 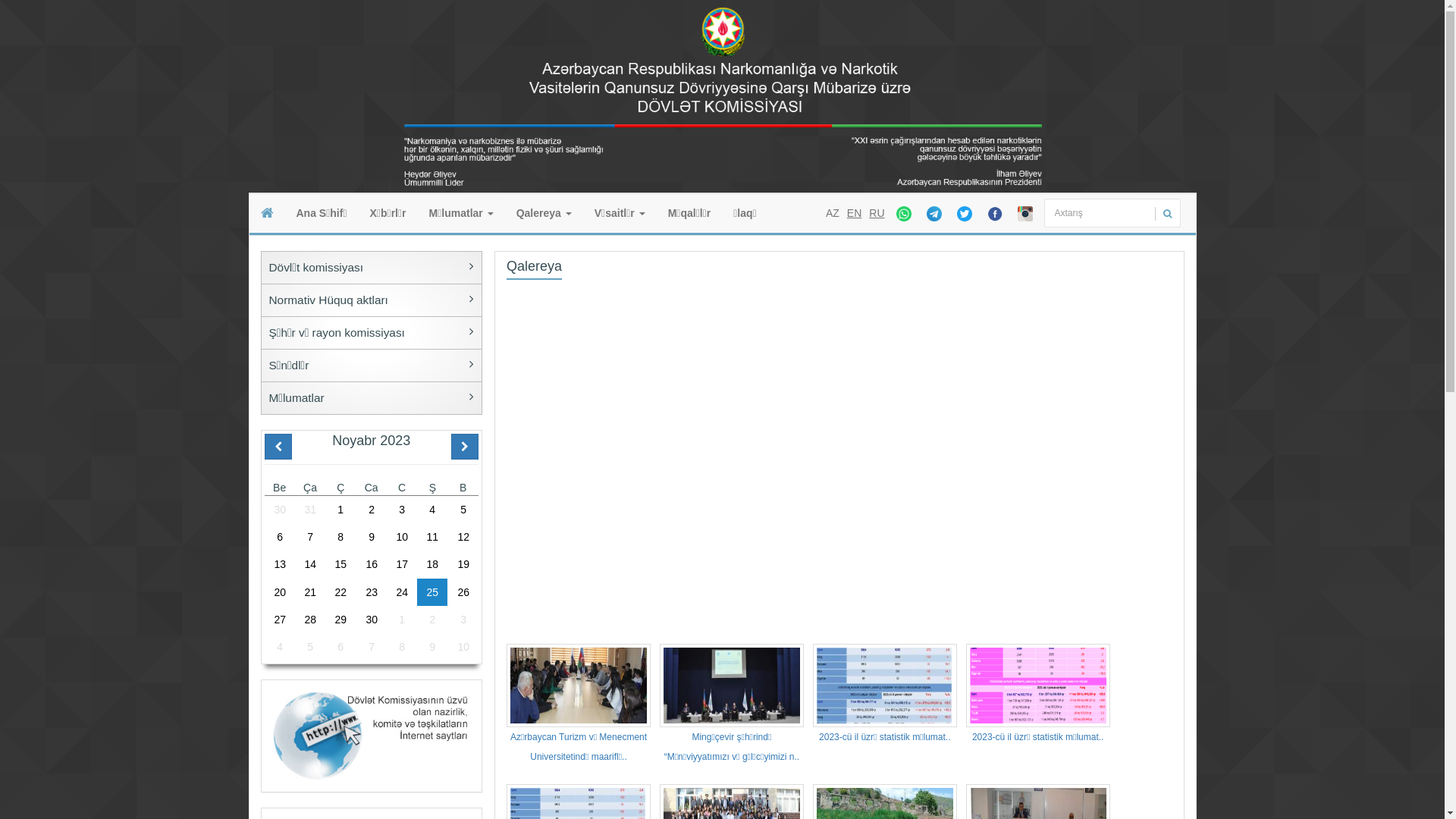 I want to click on '9', so click(x=371, y=536).